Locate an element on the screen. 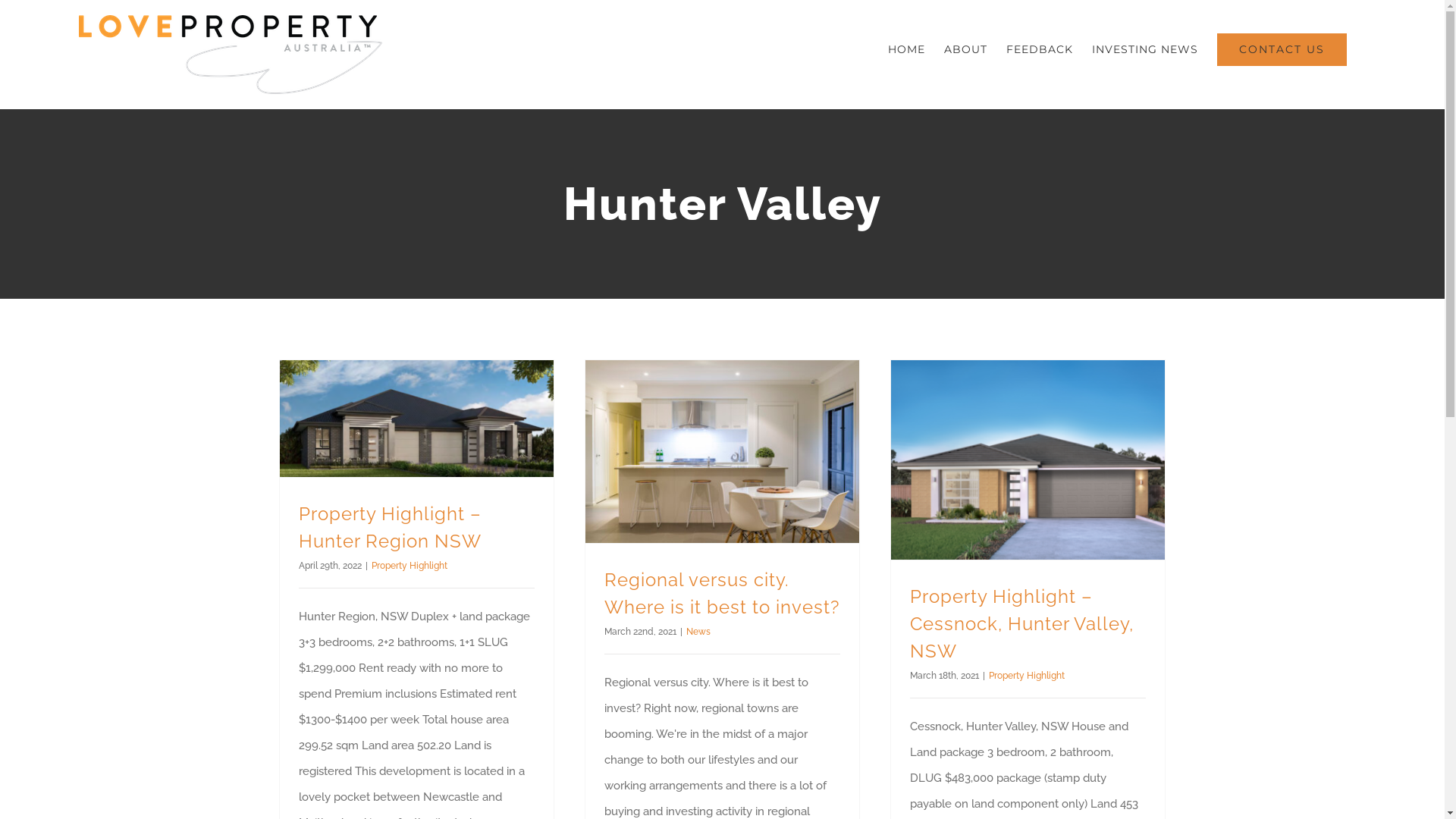 The image size is (1456, 819). 'INVESTING NEWS' is located at coordinates (1145, 49).